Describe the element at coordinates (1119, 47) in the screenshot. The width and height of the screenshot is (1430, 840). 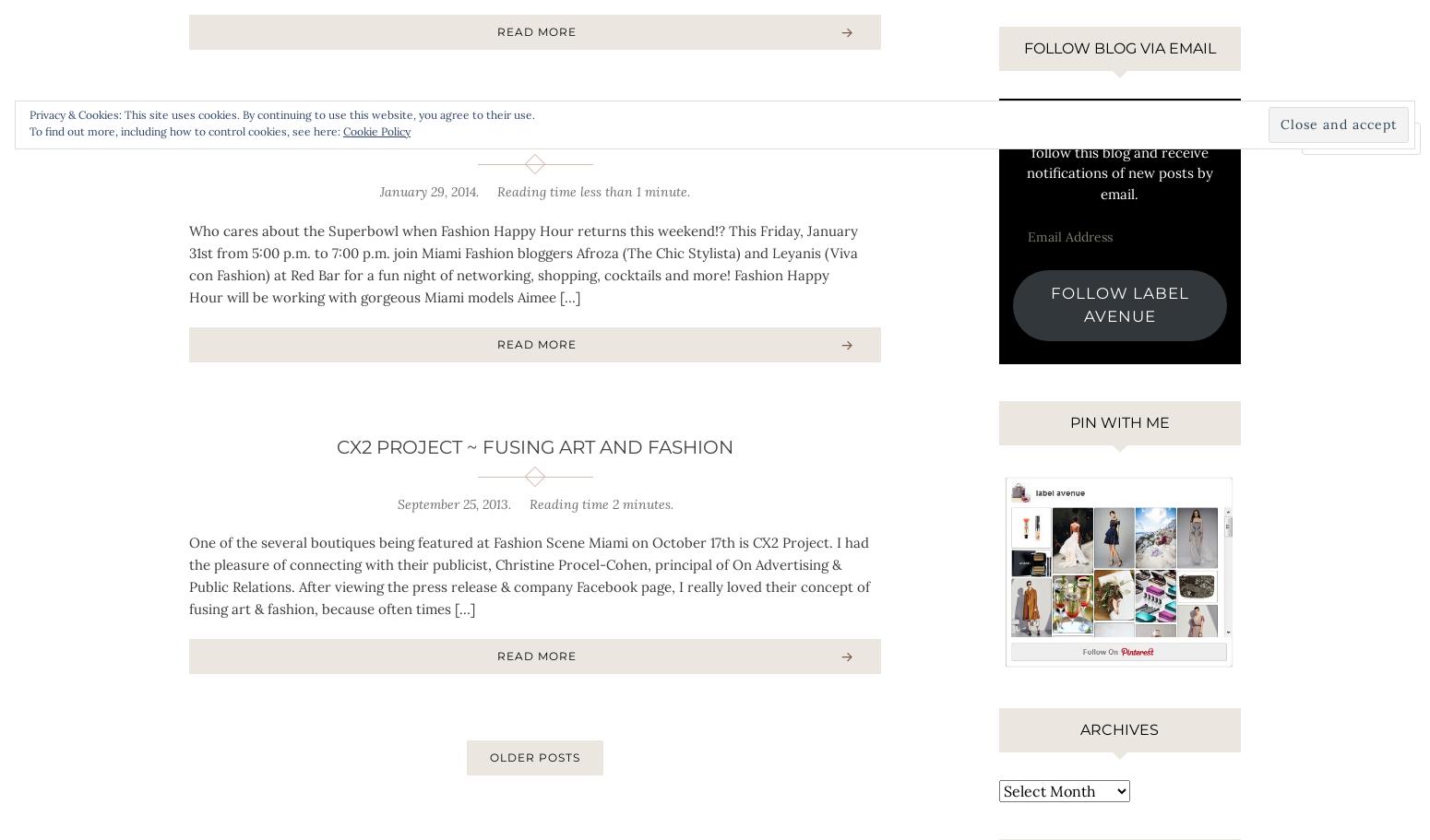
I see `'Follow Blog via Email'` at that location.